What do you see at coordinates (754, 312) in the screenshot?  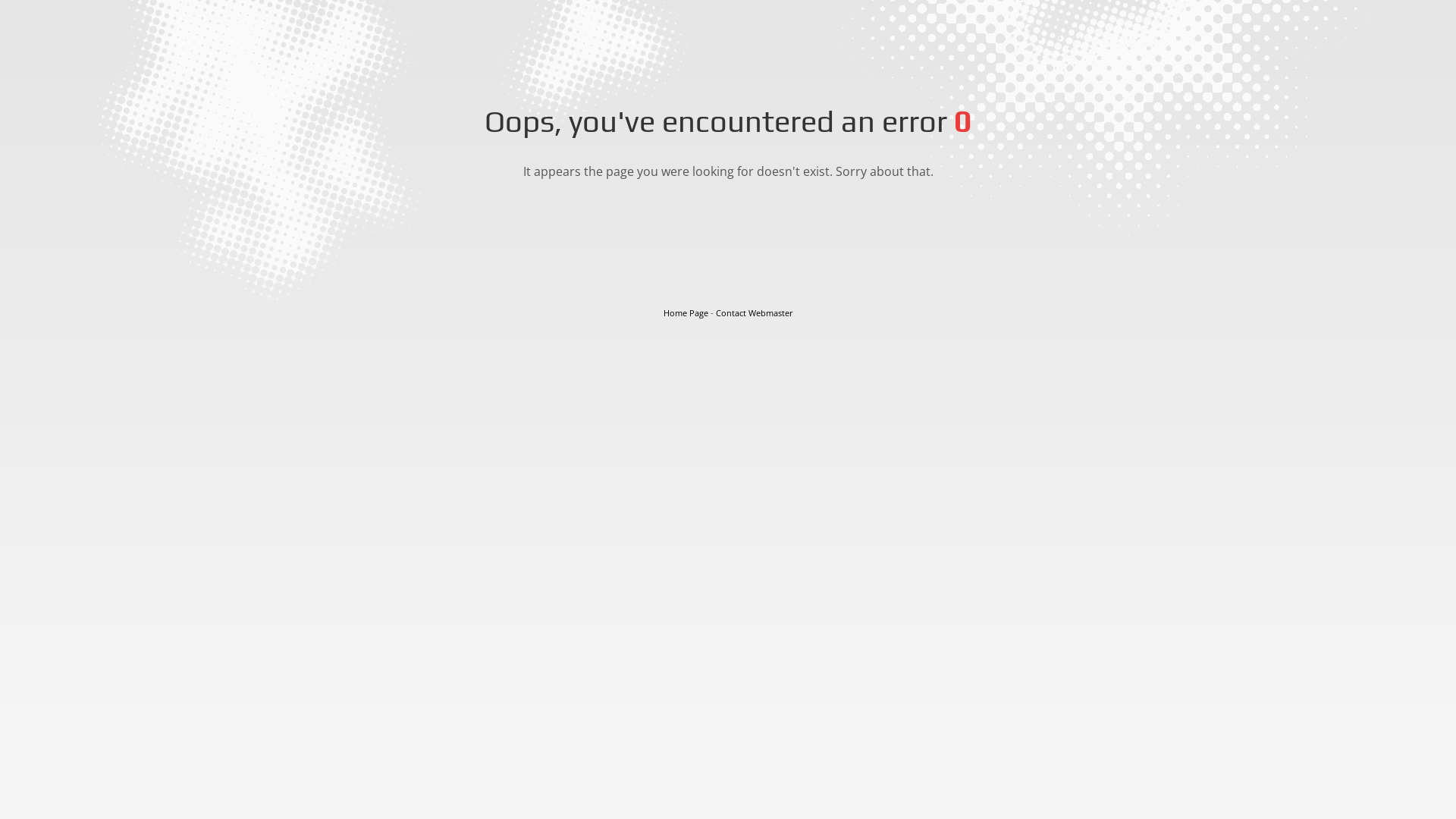 I see `'Contact Webmaster'` at bounding box center [754, 312].